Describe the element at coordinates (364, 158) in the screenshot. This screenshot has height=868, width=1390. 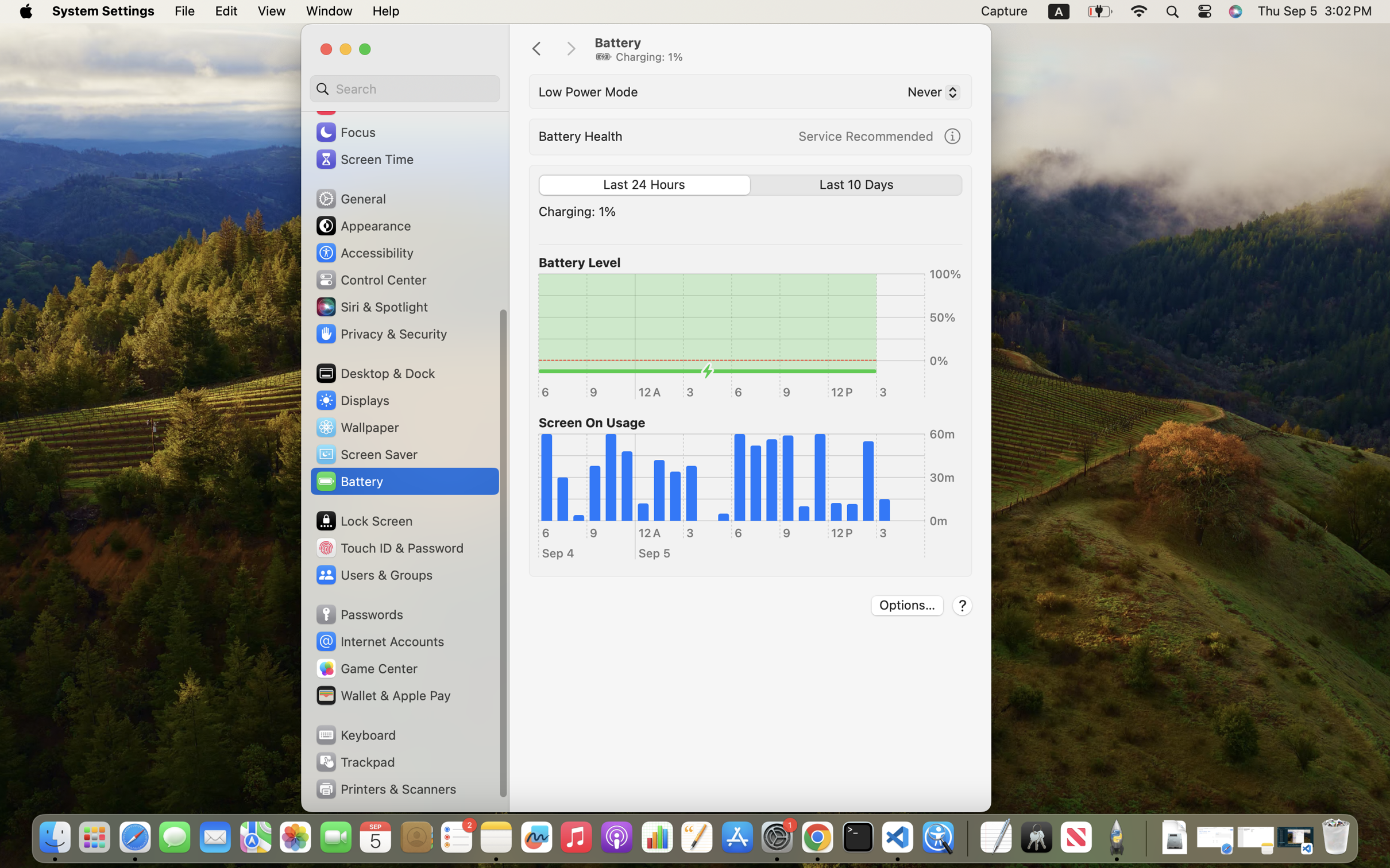
I see `'Screen Time'` at that location.